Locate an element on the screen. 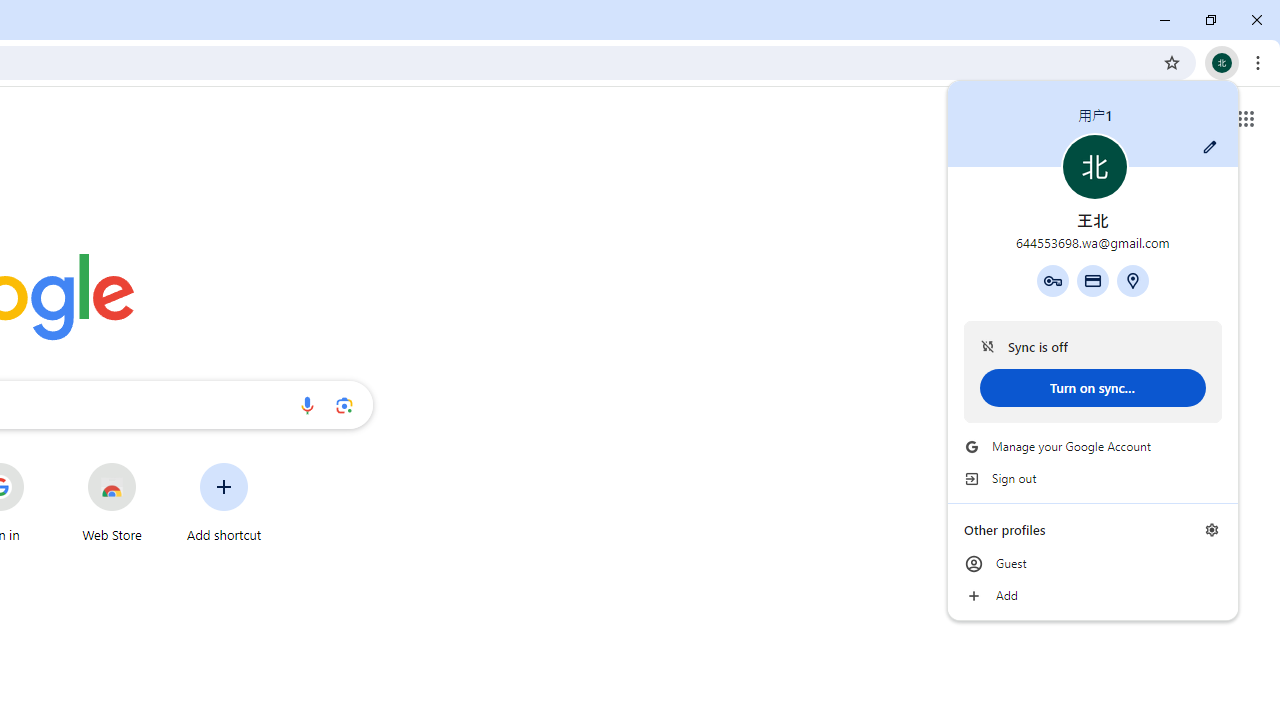 The width and height of the screenshot is (1280, 720). 'More actions for Web Store shortcut' is located at coordinates (151, 464).